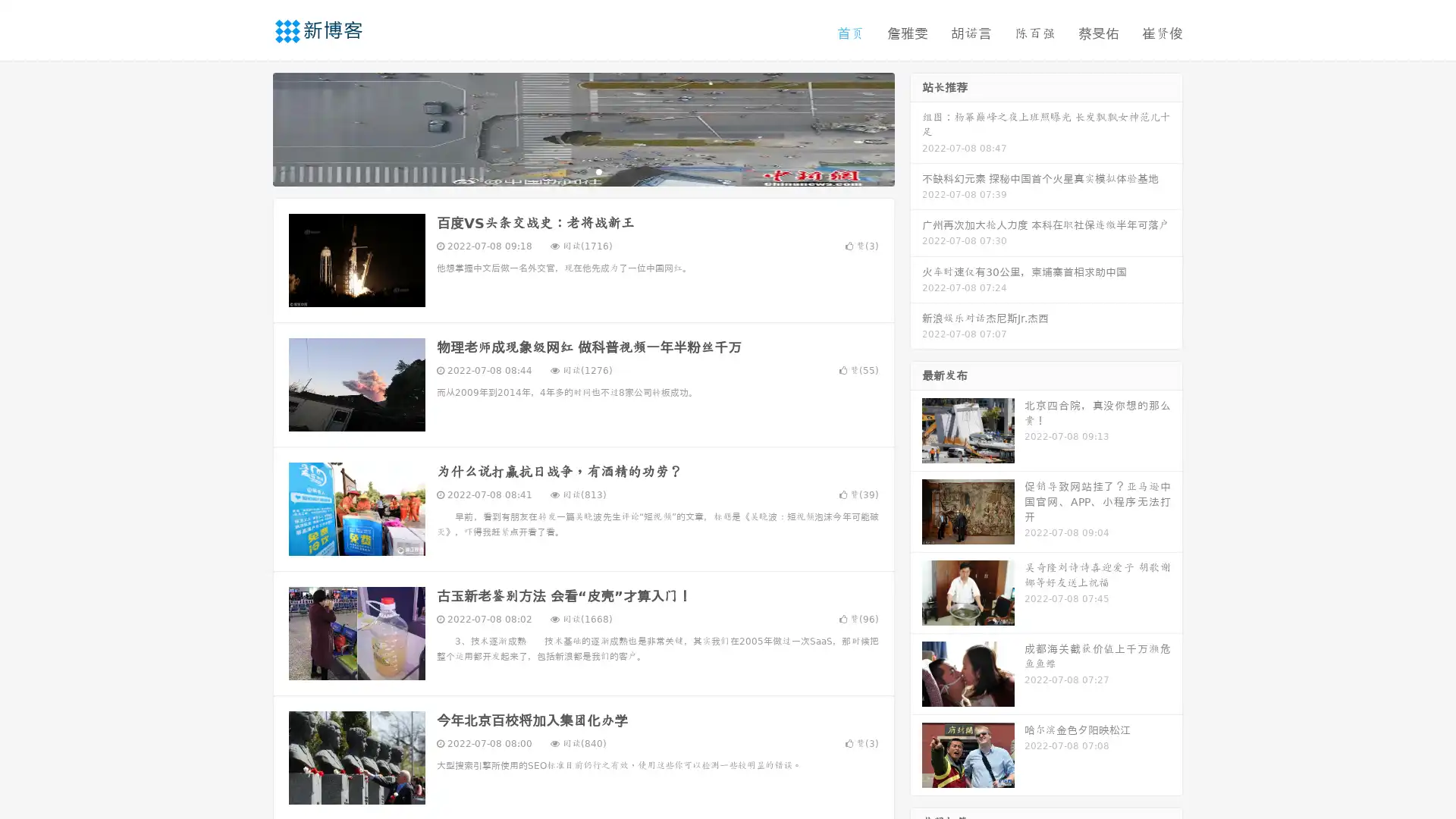 Image resolution: width=1456 pixels, height=819 pixels. What do you see at coordinates (567, 171) in the screenshot?
I see `Go to slide 1` at bounding box center [567, 171].